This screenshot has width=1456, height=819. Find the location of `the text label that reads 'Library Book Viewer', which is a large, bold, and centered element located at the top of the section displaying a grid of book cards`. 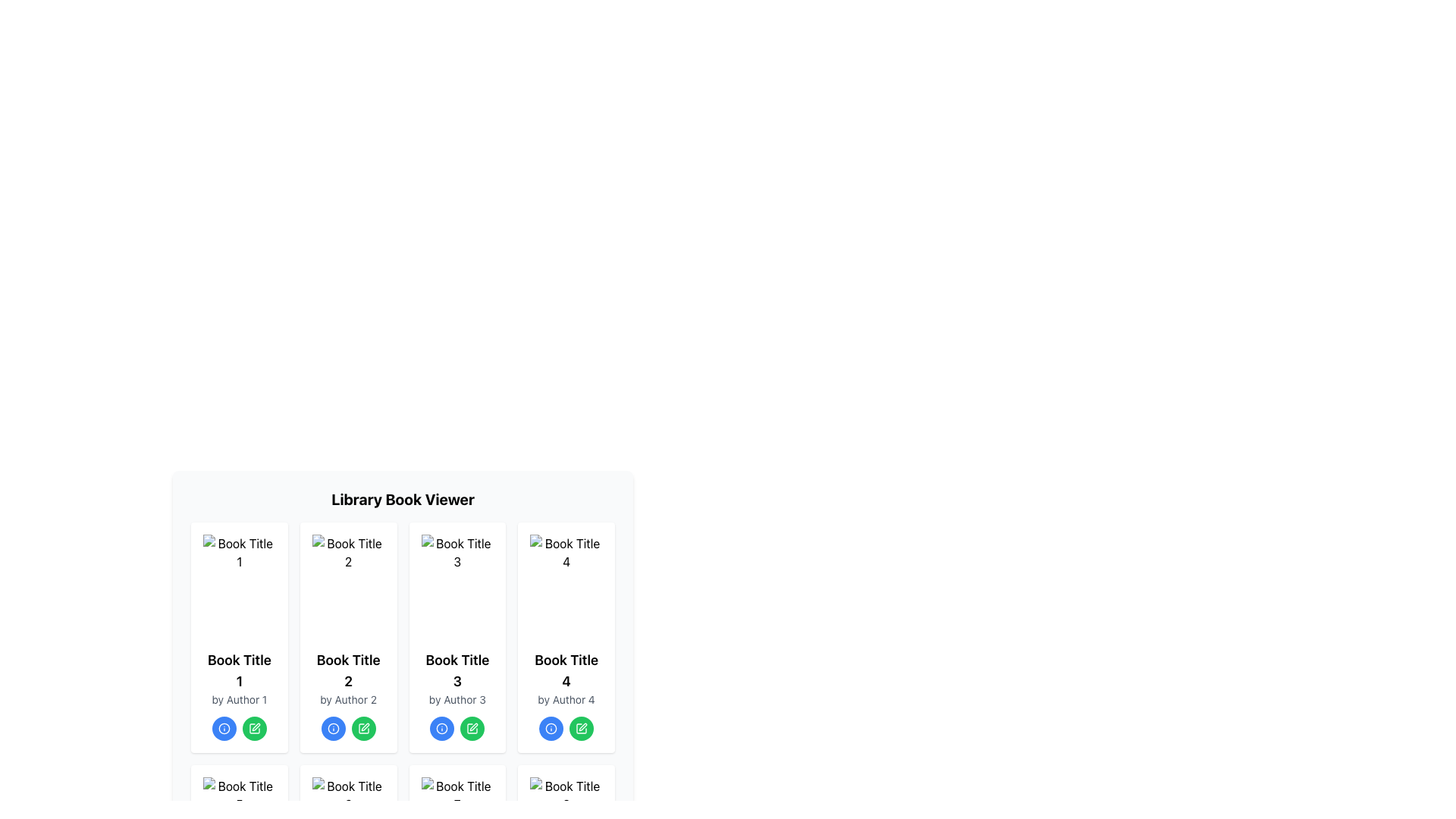

the text label that reads 'Library Book Viewer', which is a large, bold, and centered element located at the top of the section displaying a grid of book cards is located at coordinates (403, 500).